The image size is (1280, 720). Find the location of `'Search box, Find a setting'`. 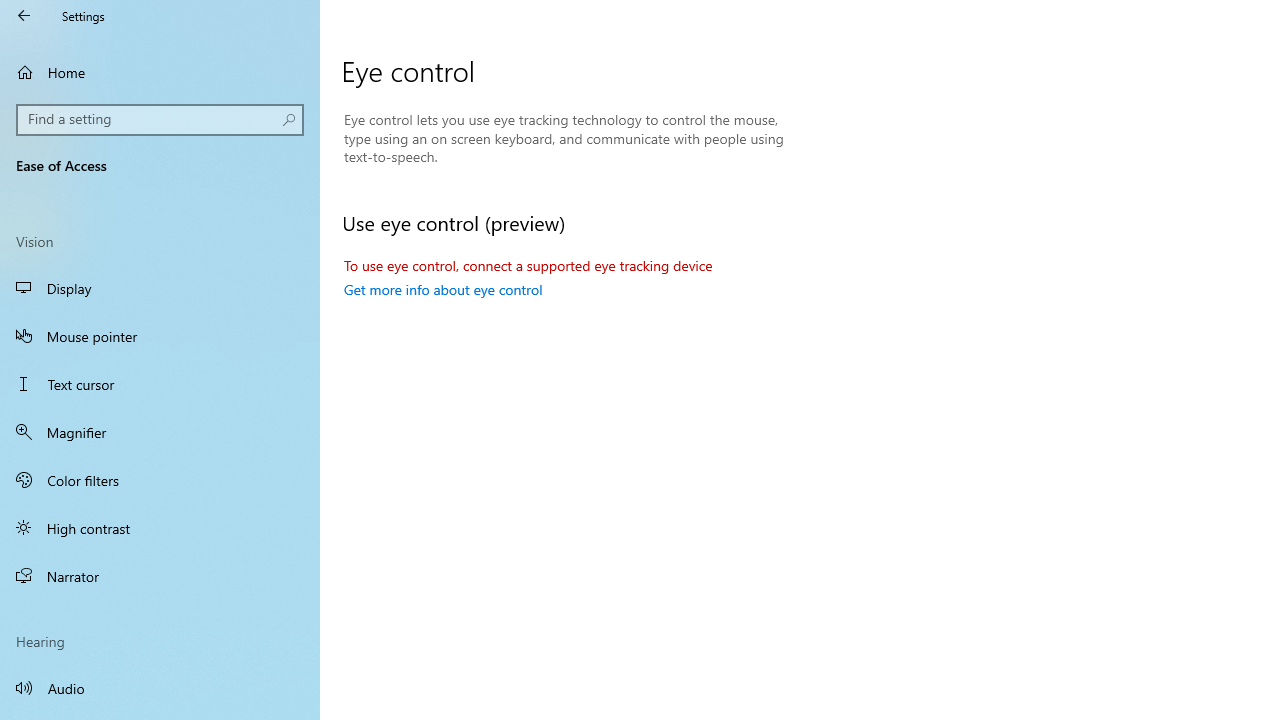

'Search box, Find a setting' is located at coordinates (160, 119).